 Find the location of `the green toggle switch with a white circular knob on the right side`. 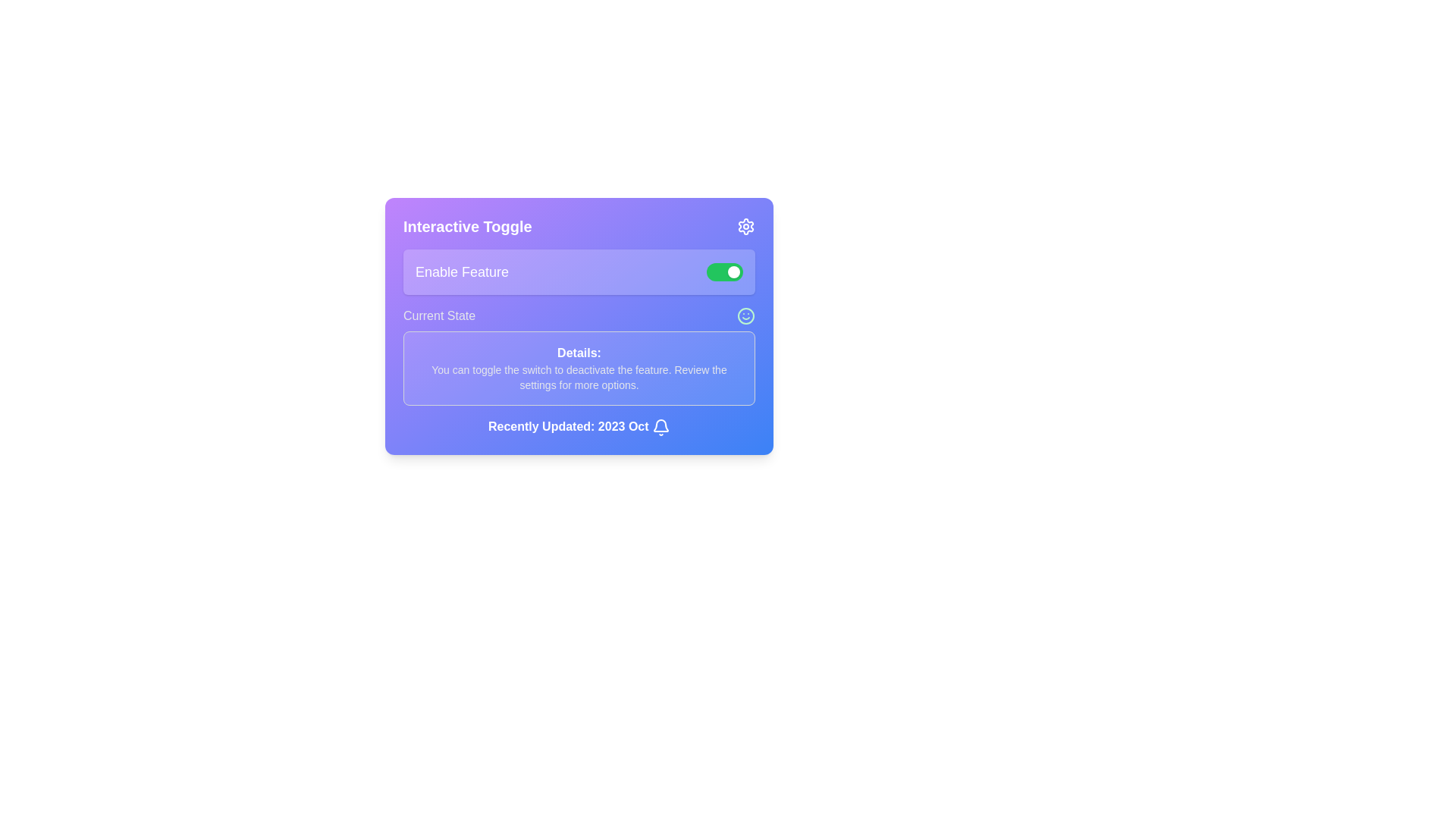

the green toggle switch with a white circular knob on the right side is located at coordinates (723, 271).